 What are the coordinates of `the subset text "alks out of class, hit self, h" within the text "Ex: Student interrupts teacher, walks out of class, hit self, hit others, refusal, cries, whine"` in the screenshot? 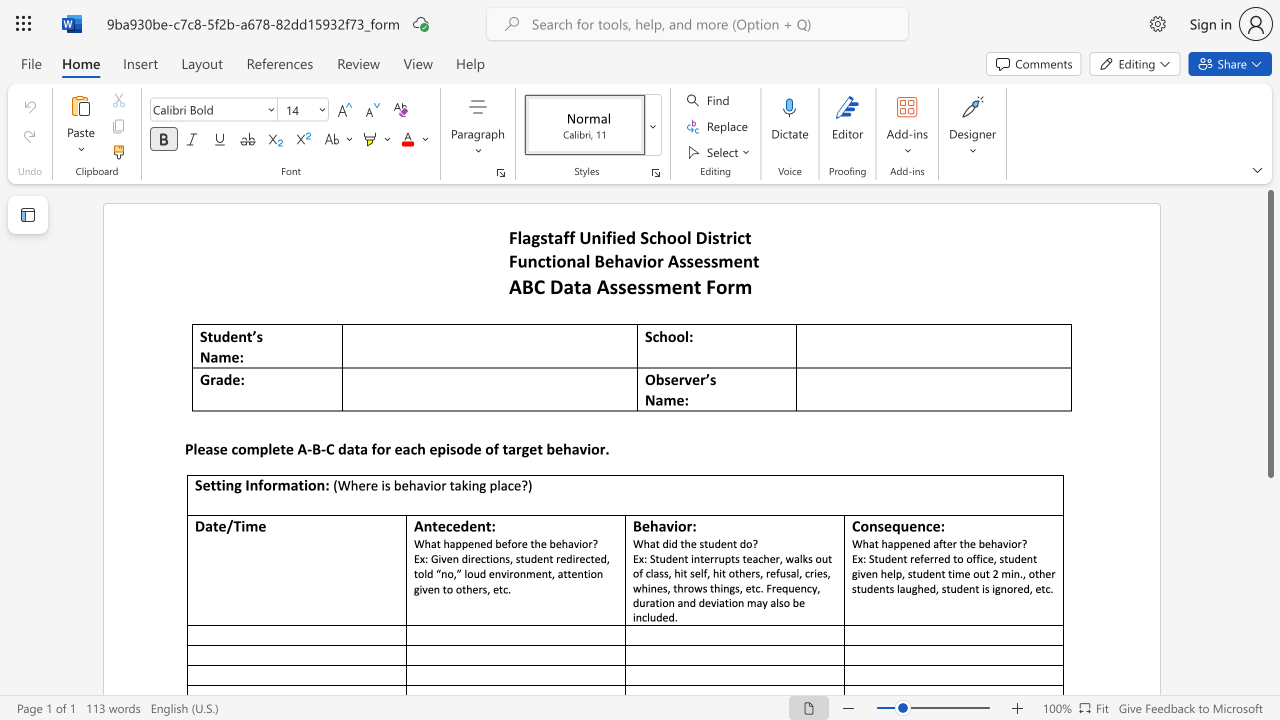 It's located at (793, 558).